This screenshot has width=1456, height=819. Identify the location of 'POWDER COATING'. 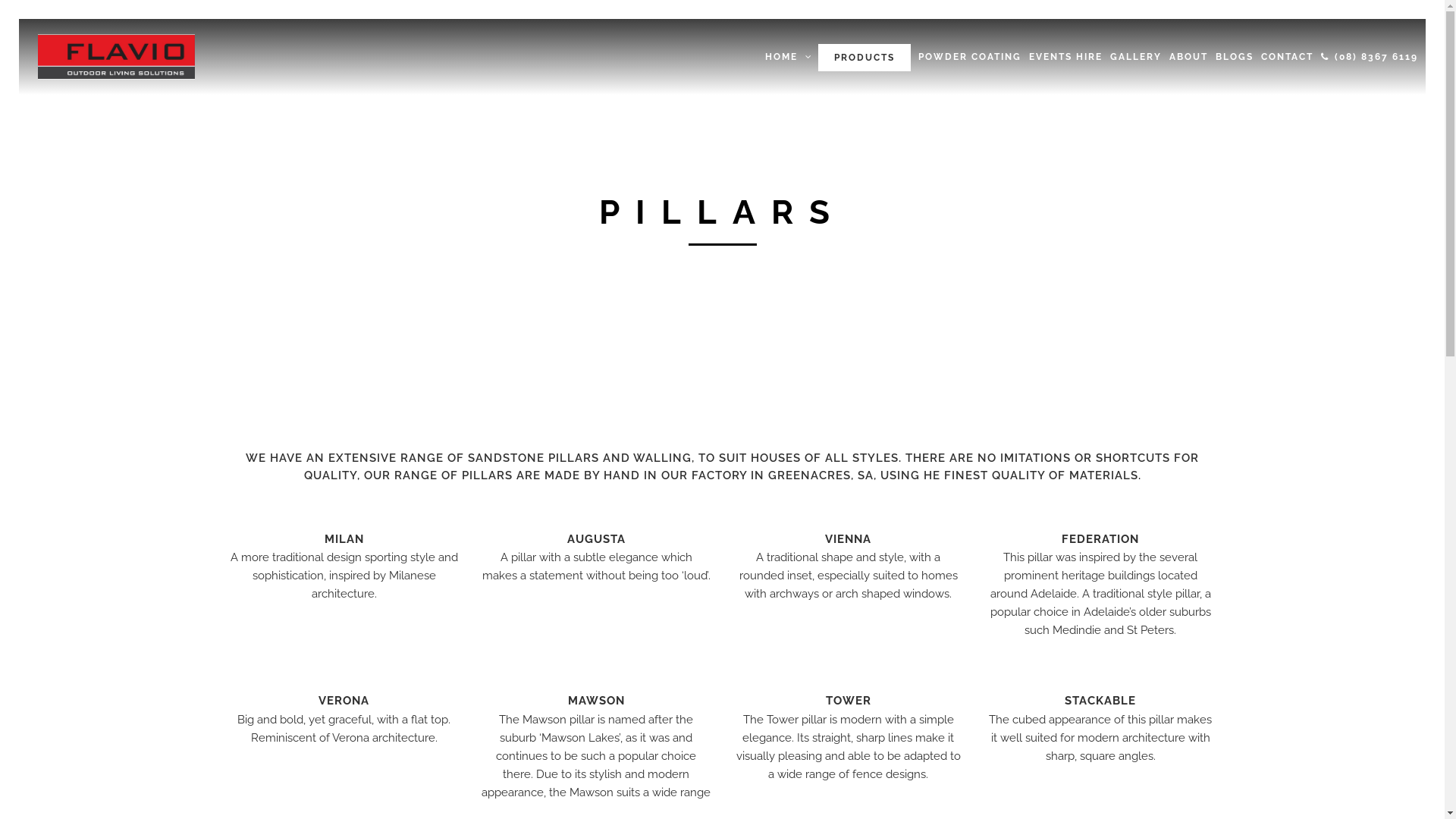
(968, 55).